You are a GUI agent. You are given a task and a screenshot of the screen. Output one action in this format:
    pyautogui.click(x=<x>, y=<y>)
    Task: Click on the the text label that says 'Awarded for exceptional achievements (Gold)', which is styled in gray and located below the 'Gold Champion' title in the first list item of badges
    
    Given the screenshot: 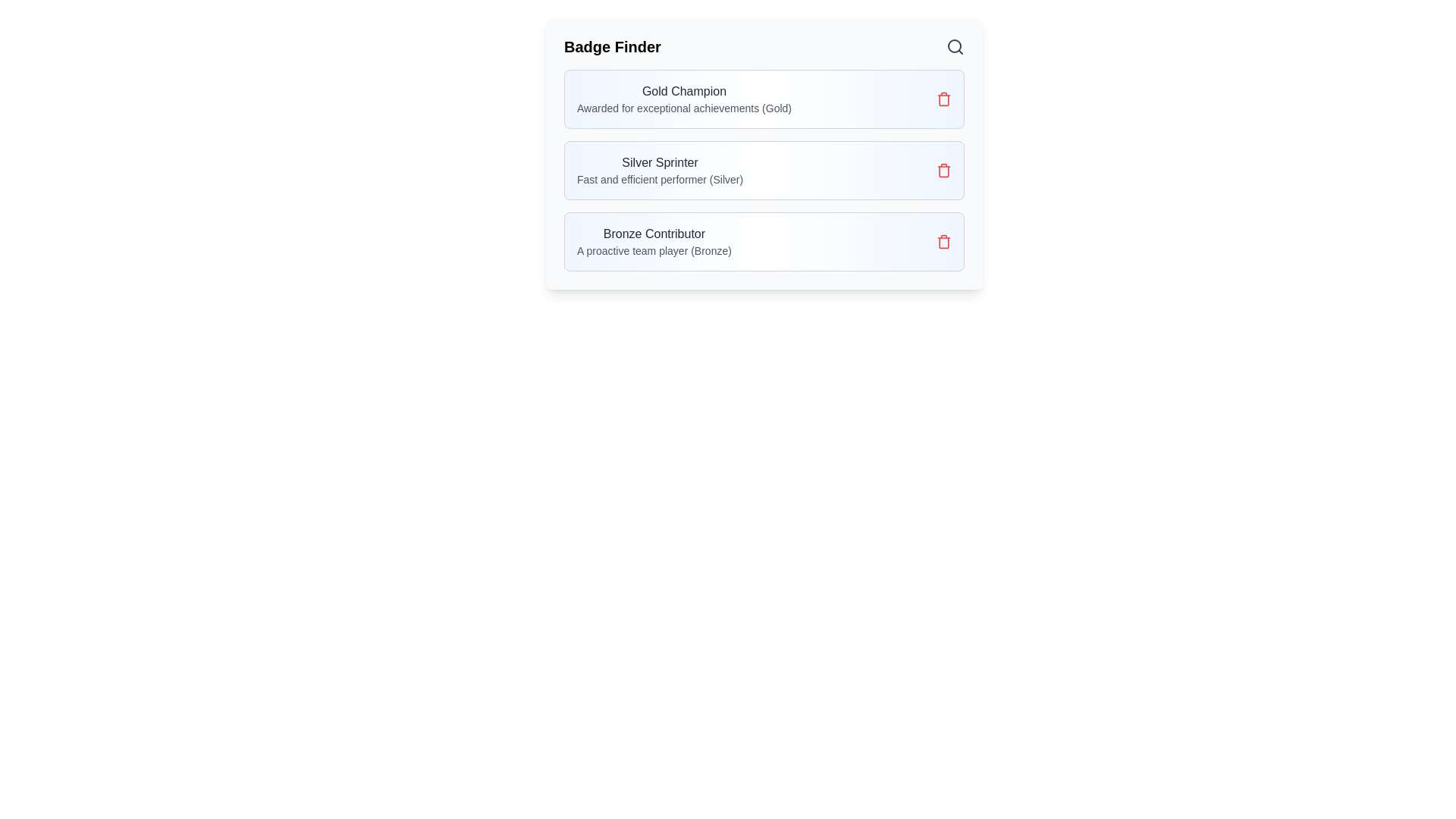 What is the action you would take?
    pyautogui.click(x=683, y=107)
    